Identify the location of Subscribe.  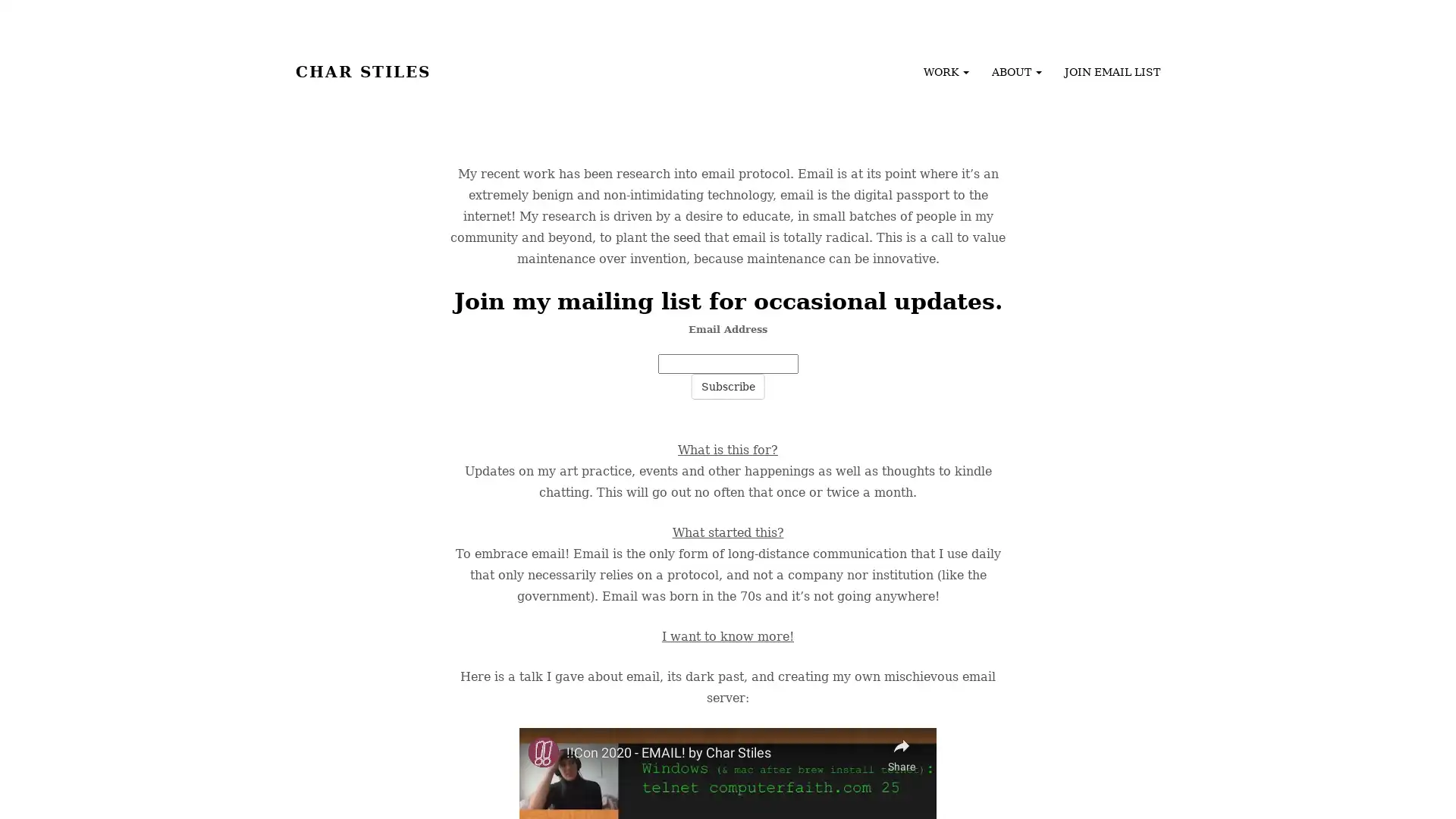
(726, 385).